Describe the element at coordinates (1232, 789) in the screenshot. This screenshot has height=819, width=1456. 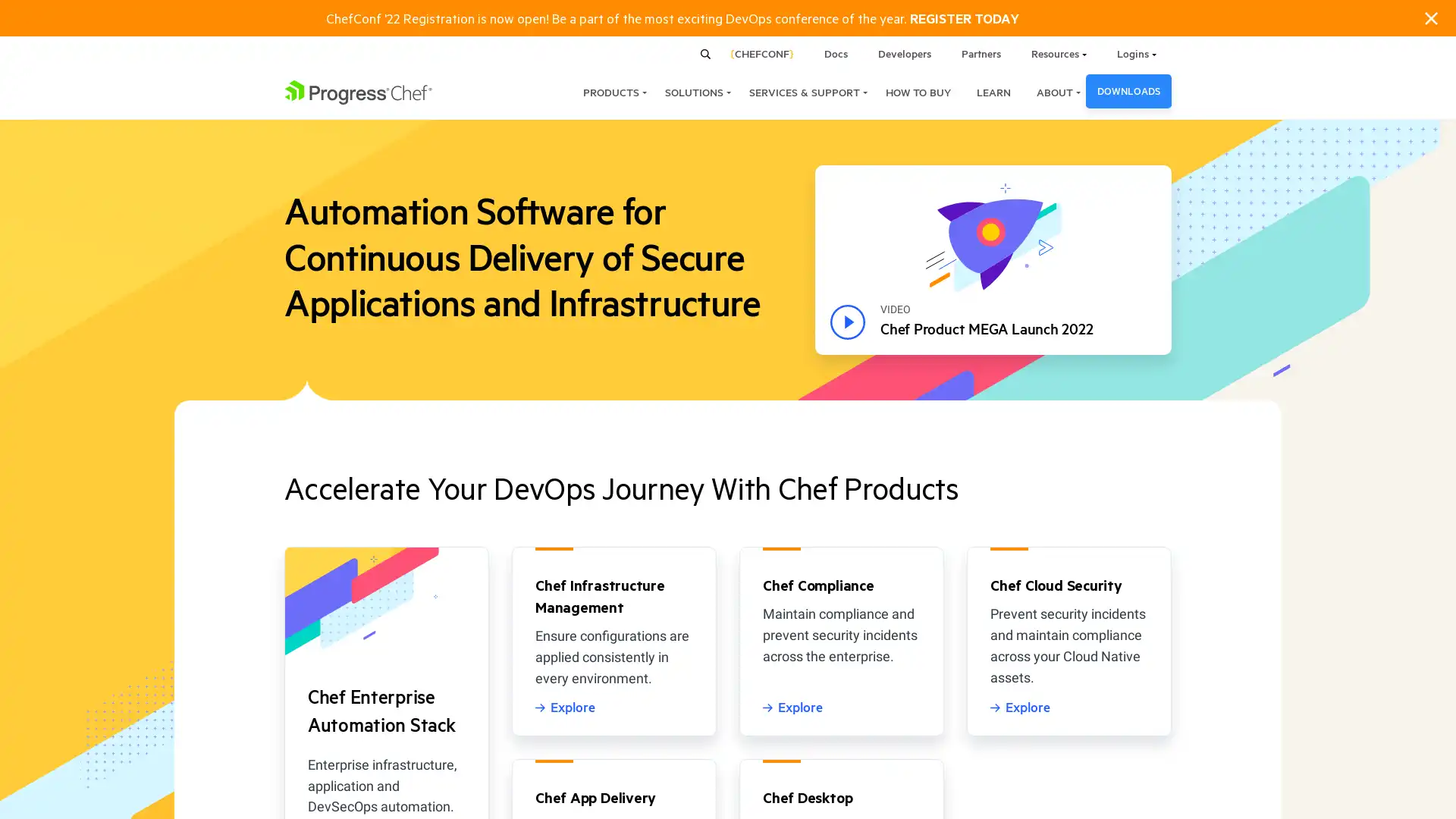
I see `ACCEPT COOKIES` at that location.